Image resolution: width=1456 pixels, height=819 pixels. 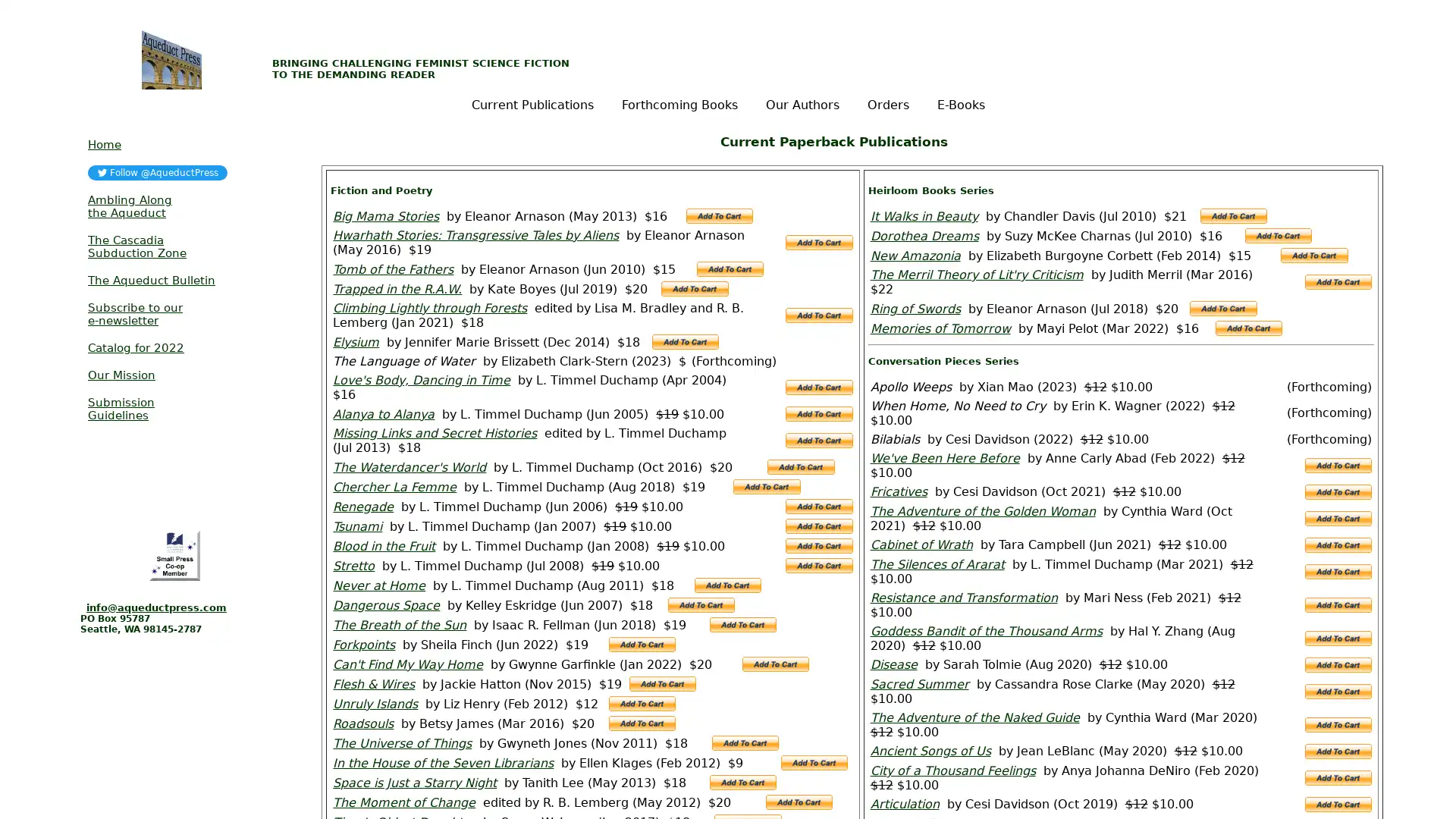 I want to click on Make payments with PayPal - it\'s fast, free and secure!, so click(x=745, y=742).